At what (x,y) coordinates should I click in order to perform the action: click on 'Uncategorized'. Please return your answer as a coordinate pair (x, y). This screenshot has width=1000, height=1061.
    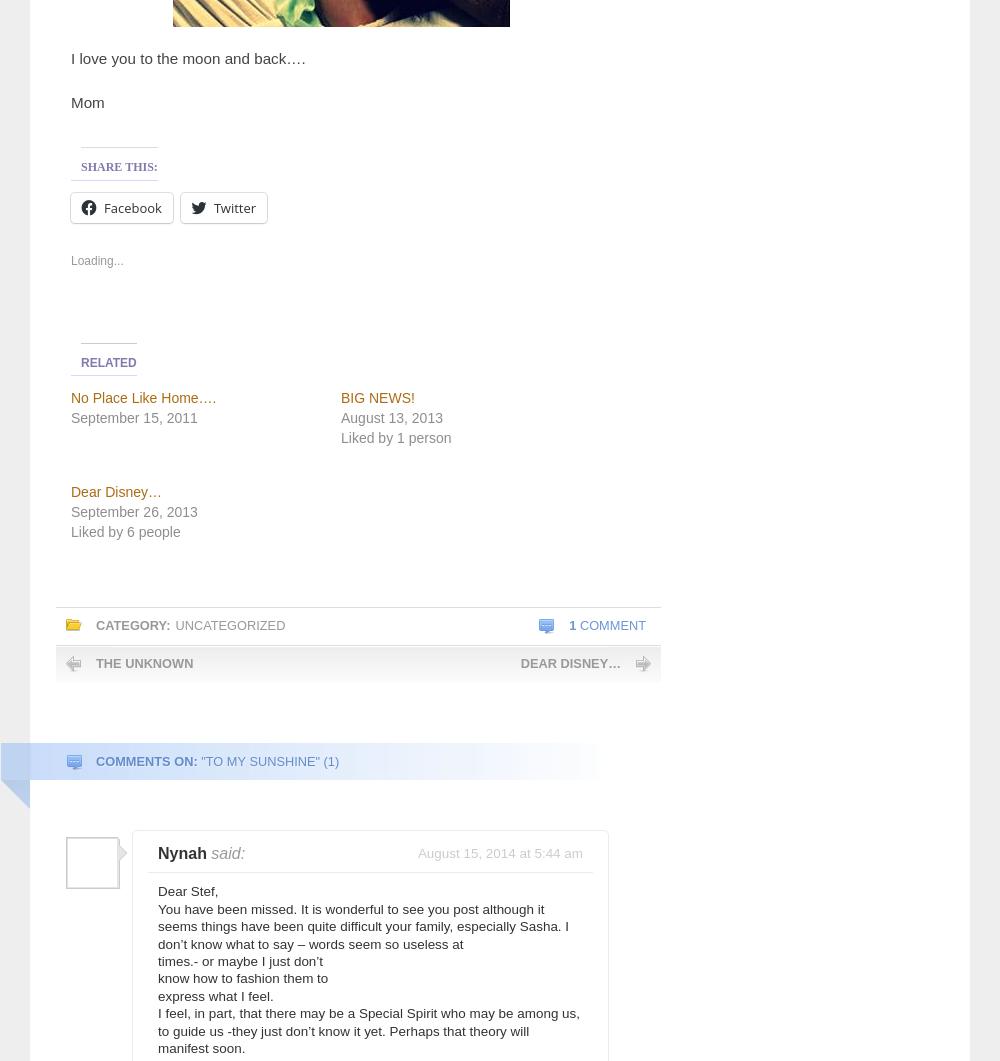
    Looking at the image, I should click on (175, 624).